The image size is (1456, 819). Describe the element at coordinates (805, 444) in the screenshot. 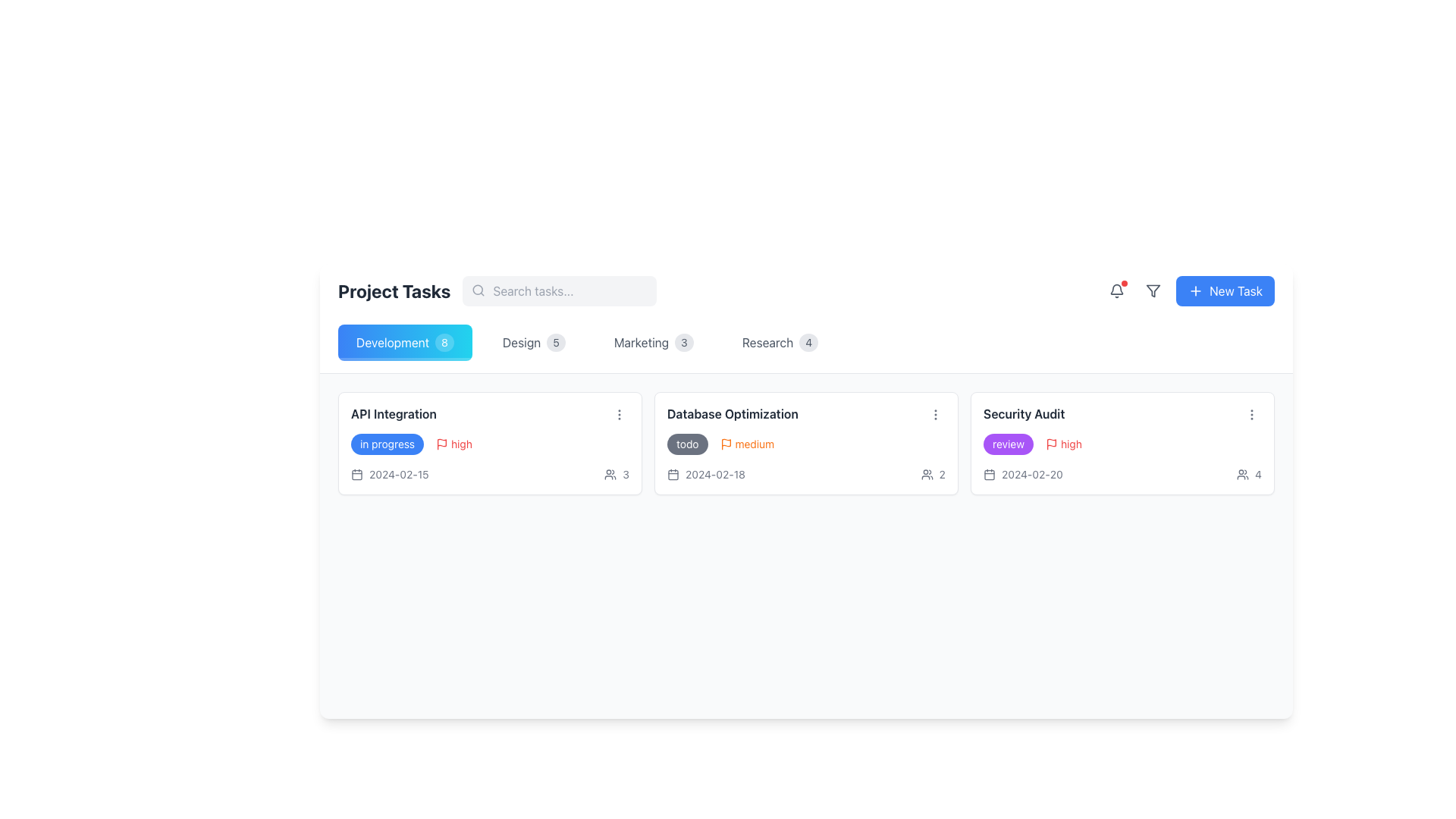

I see `the interactive card representing a task` at that location.